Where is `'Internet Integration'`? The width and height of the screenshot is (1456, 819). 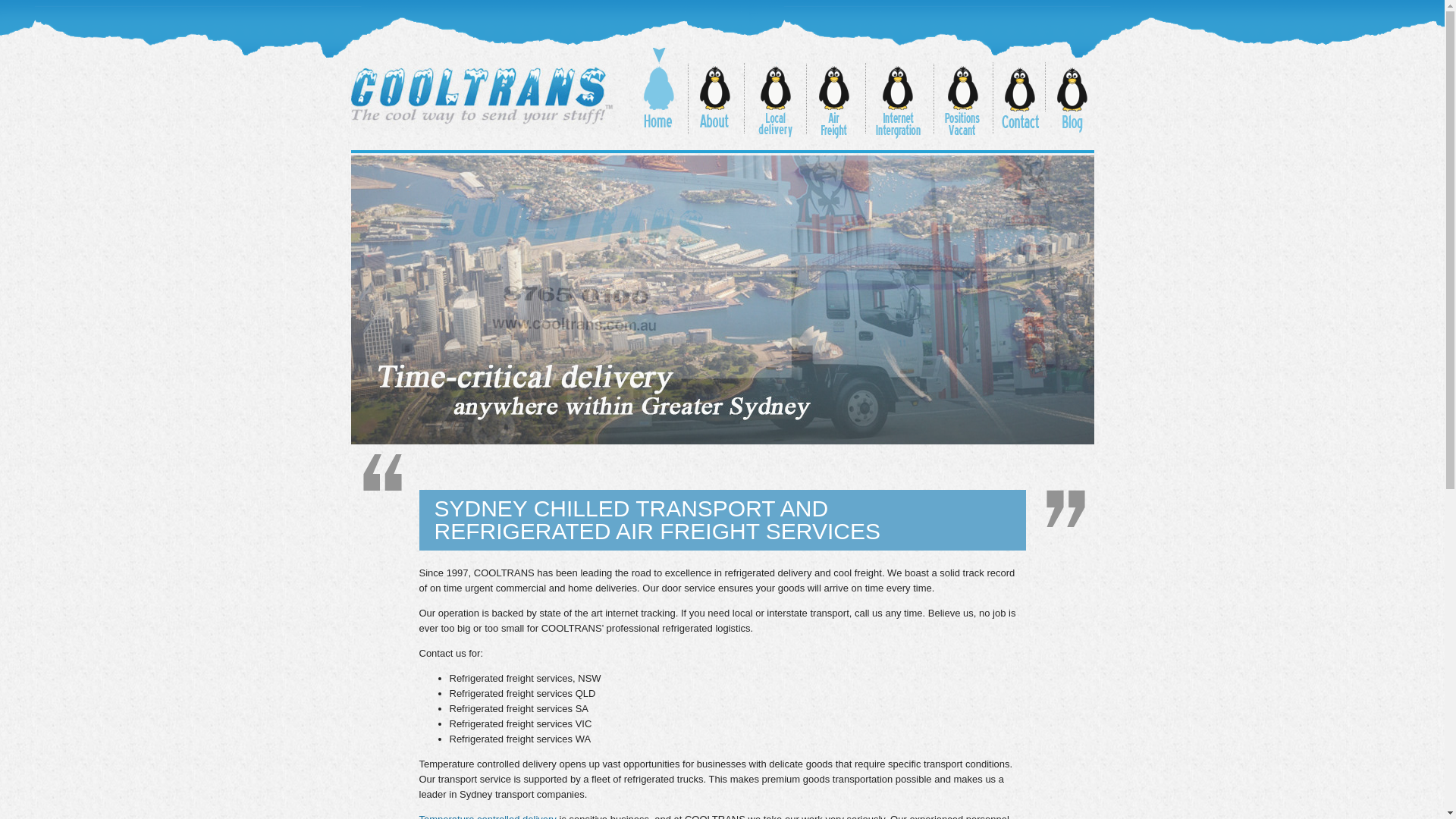 'Internet Integration' is located at coordinates (898, 93).